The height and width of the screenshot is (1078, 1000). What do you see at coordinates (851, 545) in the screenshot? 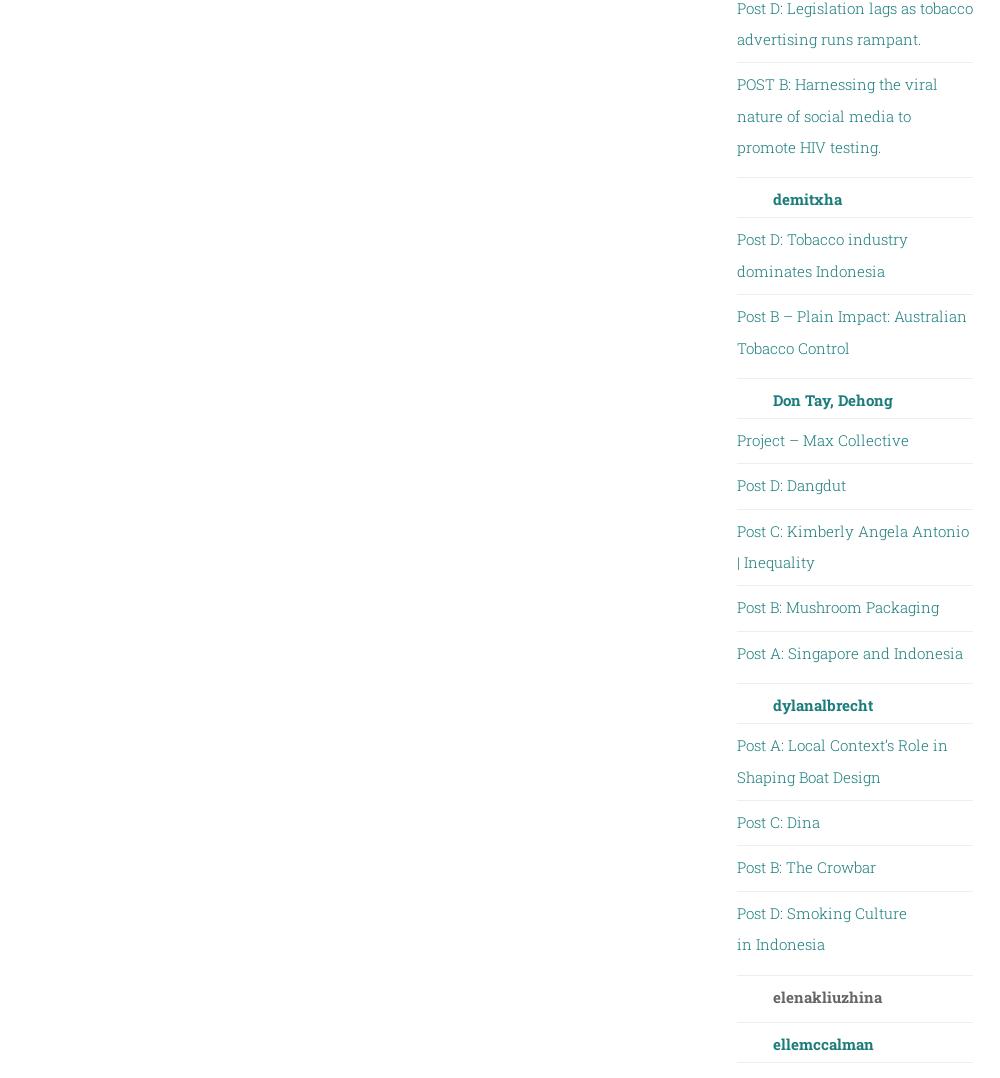
I see `'Post C: Kimberly Angela Antonio | Inequality'` at bounding box center [851, 545].